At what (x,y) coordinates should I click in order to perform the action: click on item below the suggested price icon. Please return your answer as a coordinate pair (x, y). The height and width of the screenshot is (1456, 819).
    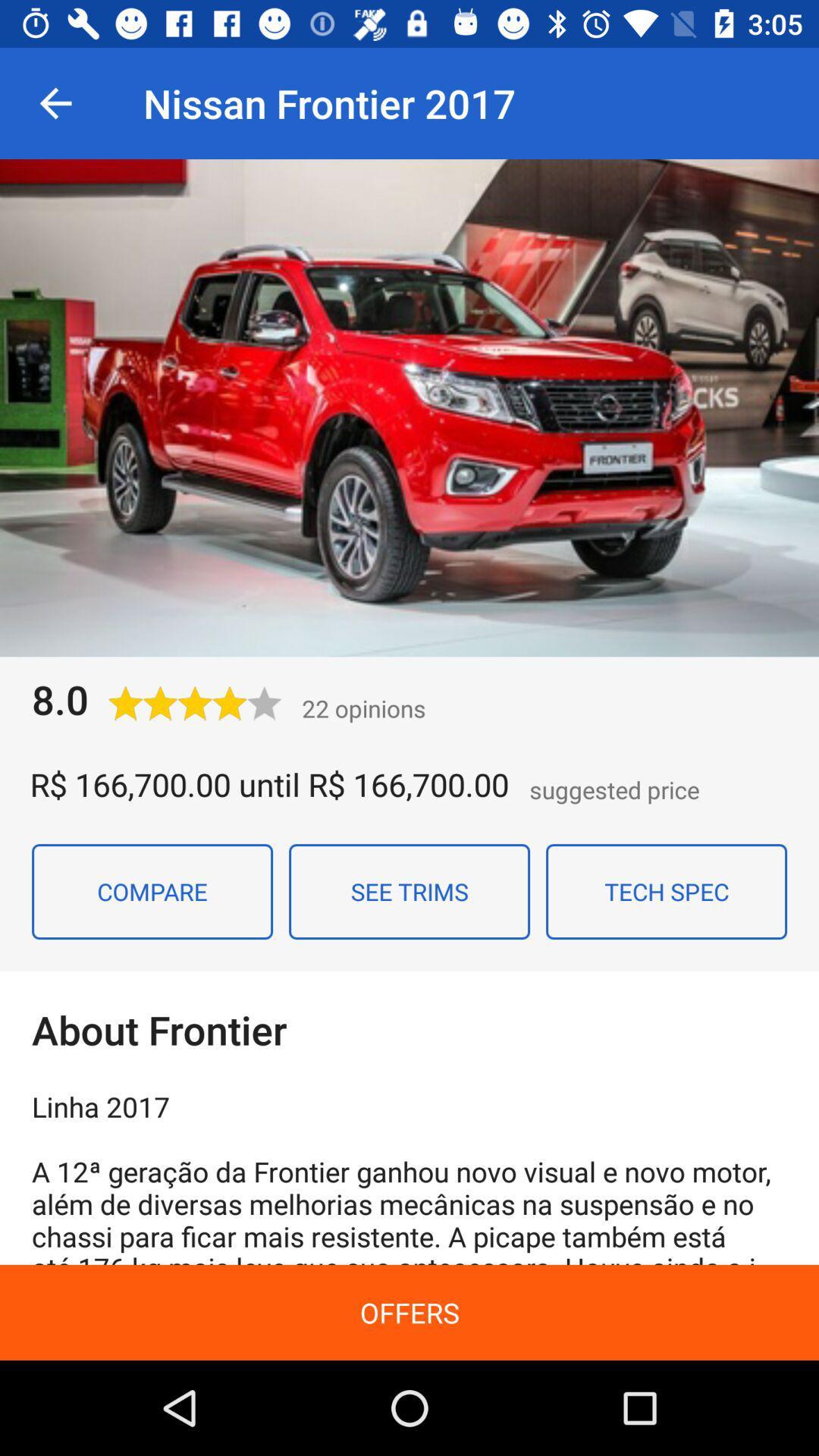
    Looking at the image, I should click on (666, 892).